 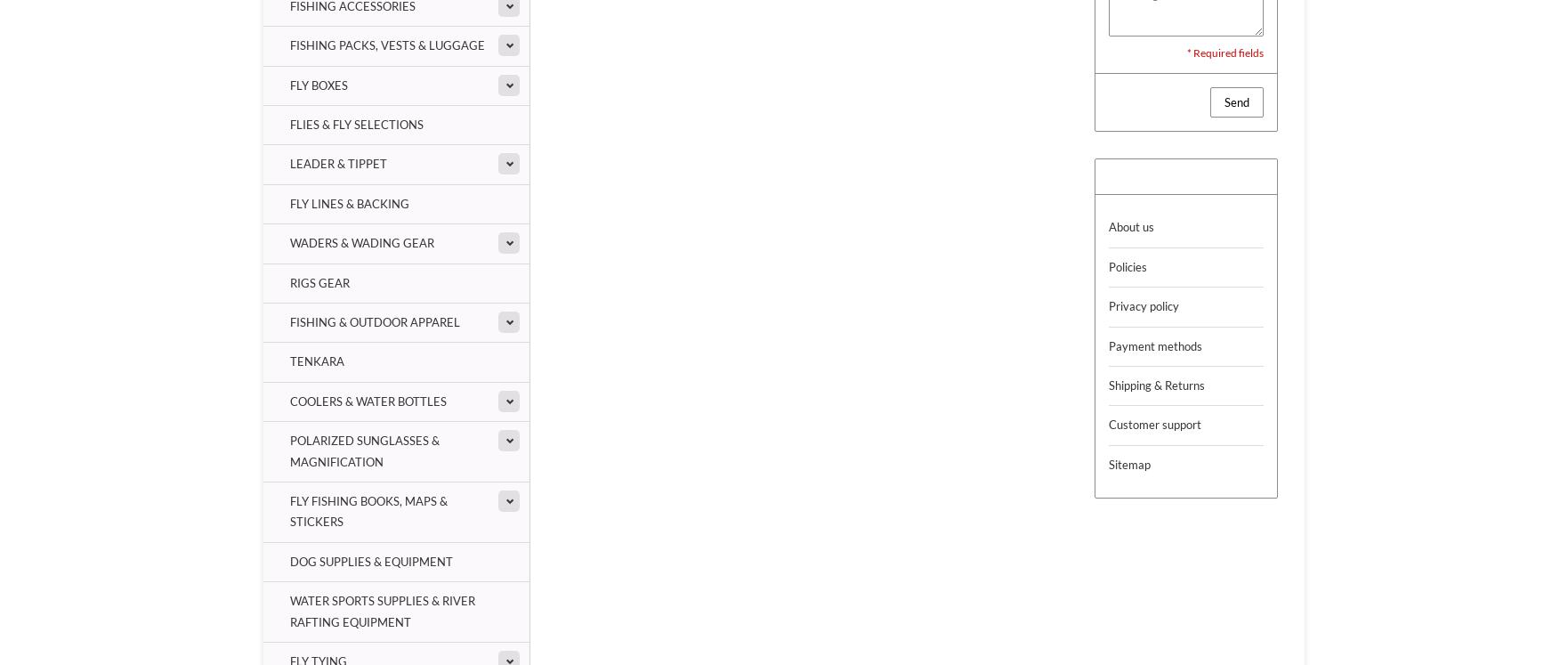 I want to click on 'Fishing Packs, Vests & Luggage', so click(x=387, y=45).